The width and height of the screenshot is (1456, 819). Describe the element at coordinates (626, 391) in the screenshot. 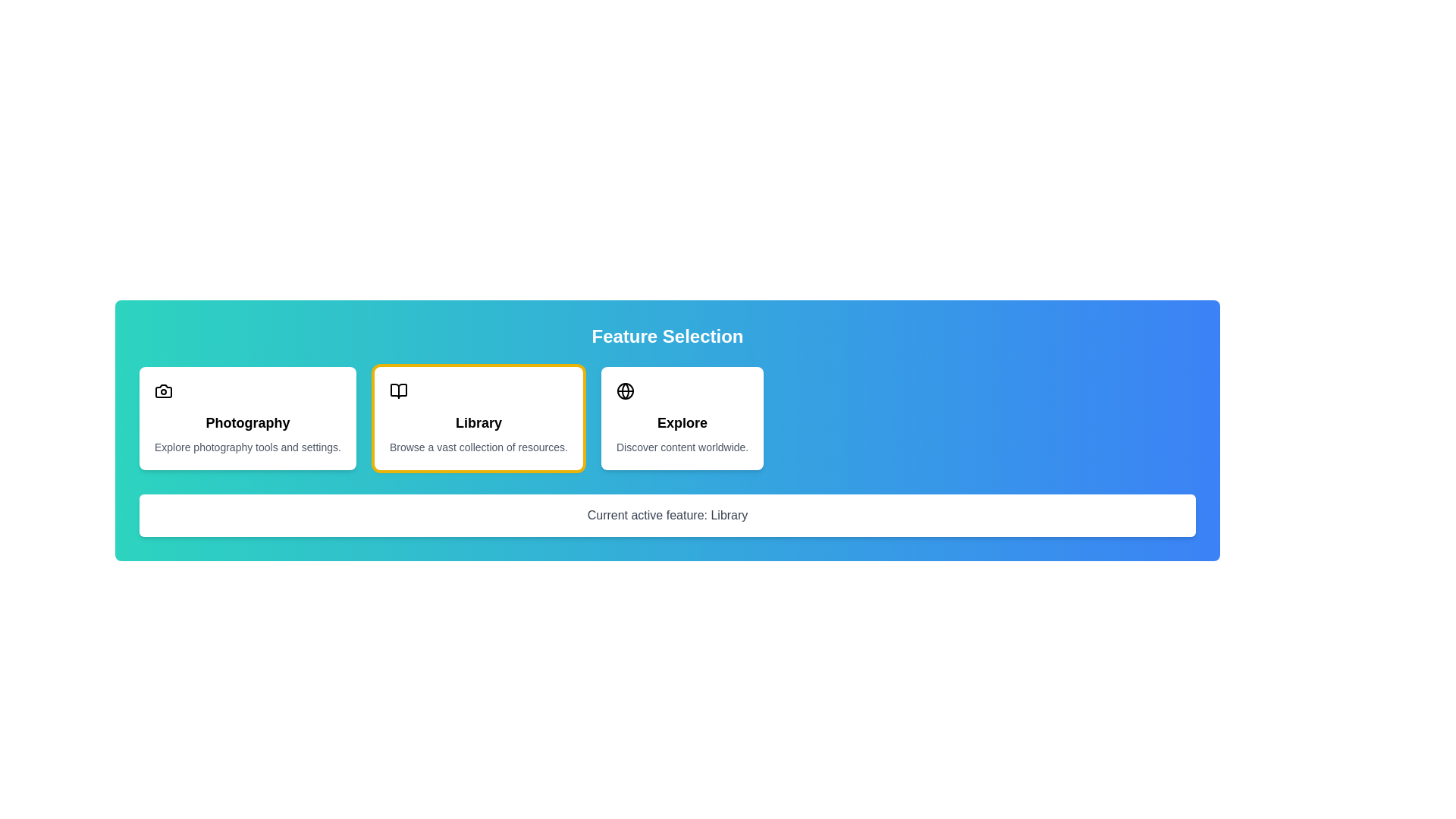

I see `the circular SVG graphic element of the globe icon, which is located above the 'Photography' option in the feature selection interface` at that location.